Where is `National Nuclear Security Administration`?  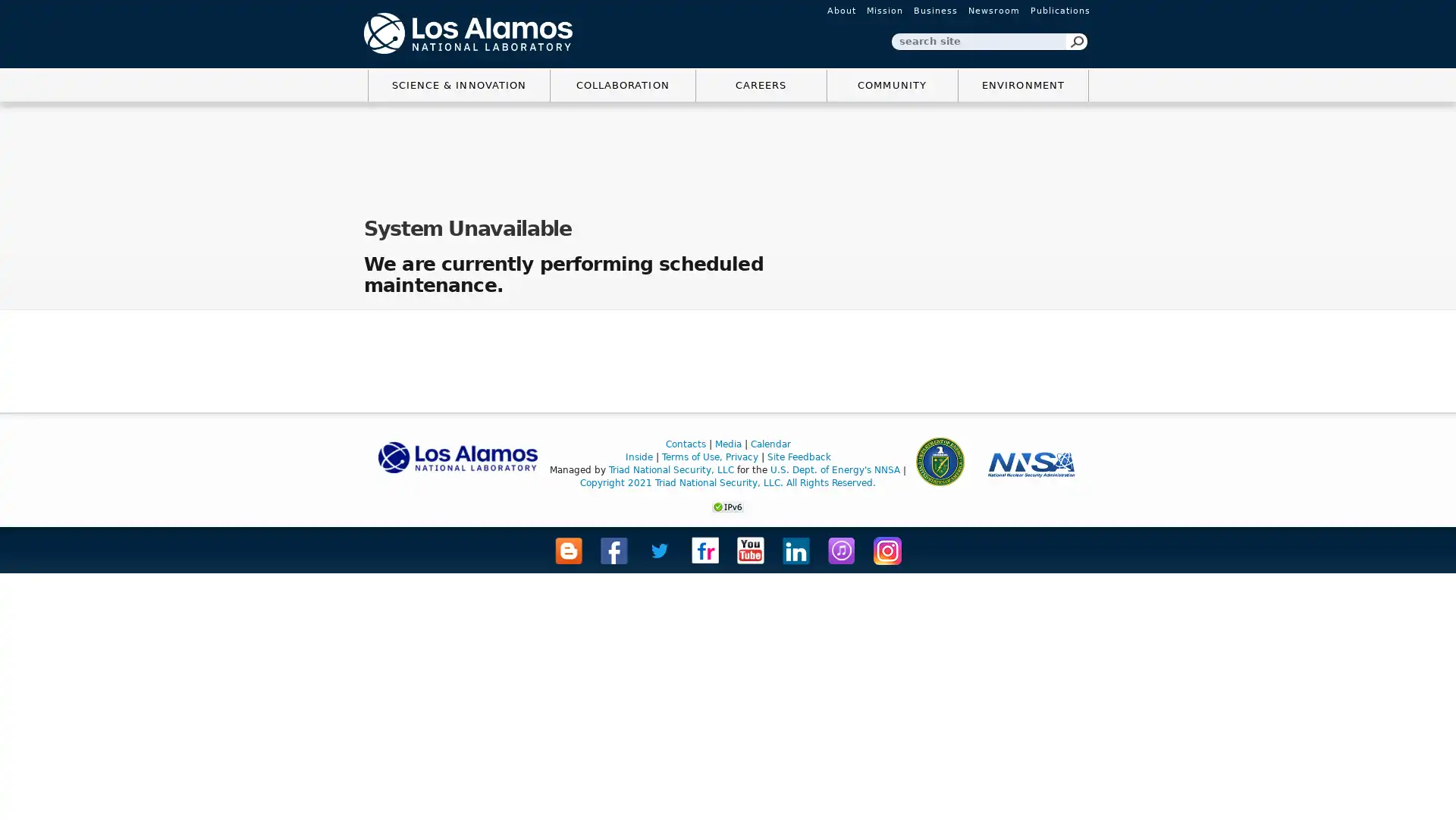 National Nuclear Security Administration is located at coordinates (1031, 463).